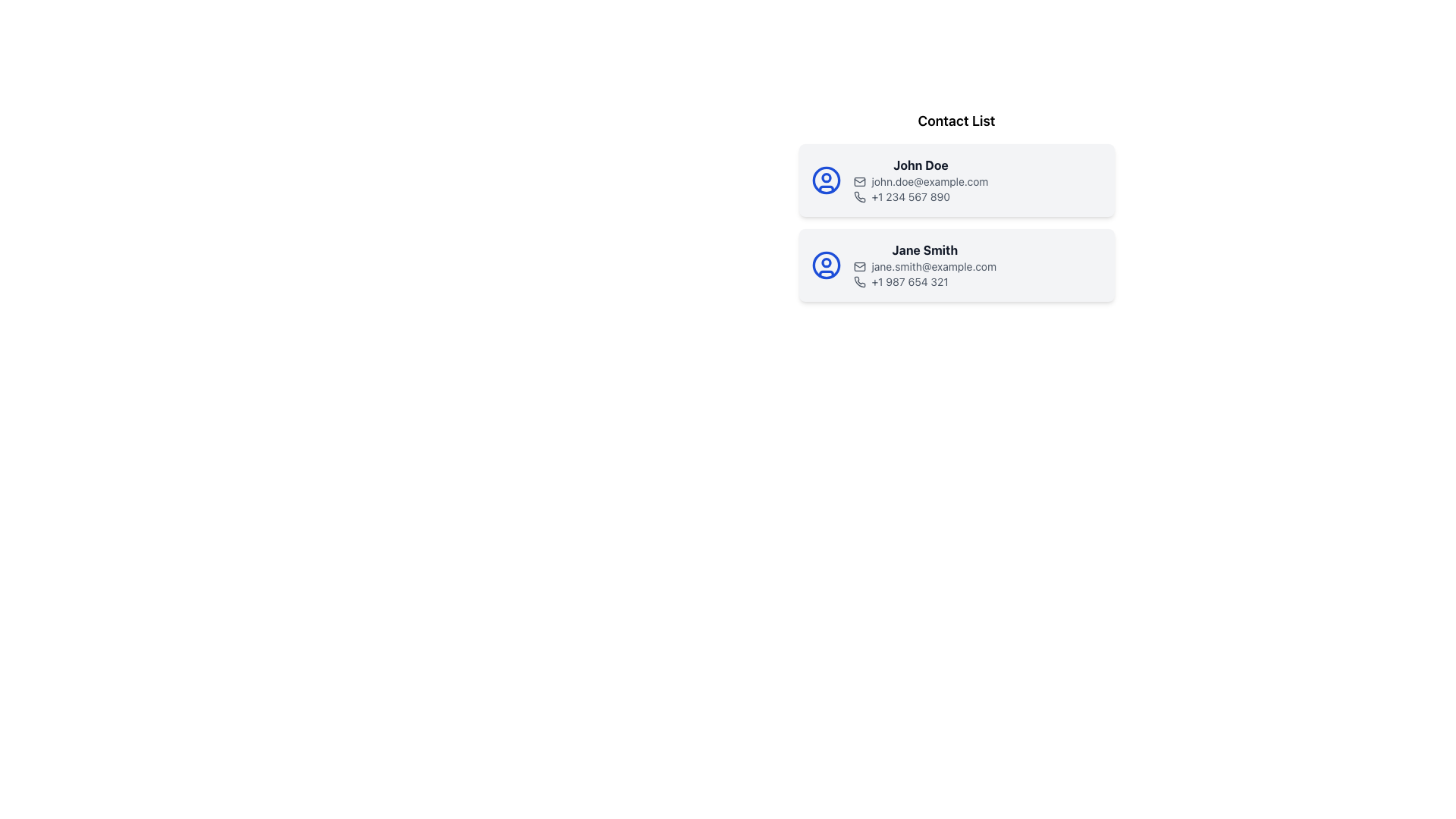  Describe the element at coordinates (859, 265) in the screenshot. I see `the envelope icon located to the immediate left of the email text 'jane.smith@example.com' in the second contact entry under 'Jane Smith'` at that location.